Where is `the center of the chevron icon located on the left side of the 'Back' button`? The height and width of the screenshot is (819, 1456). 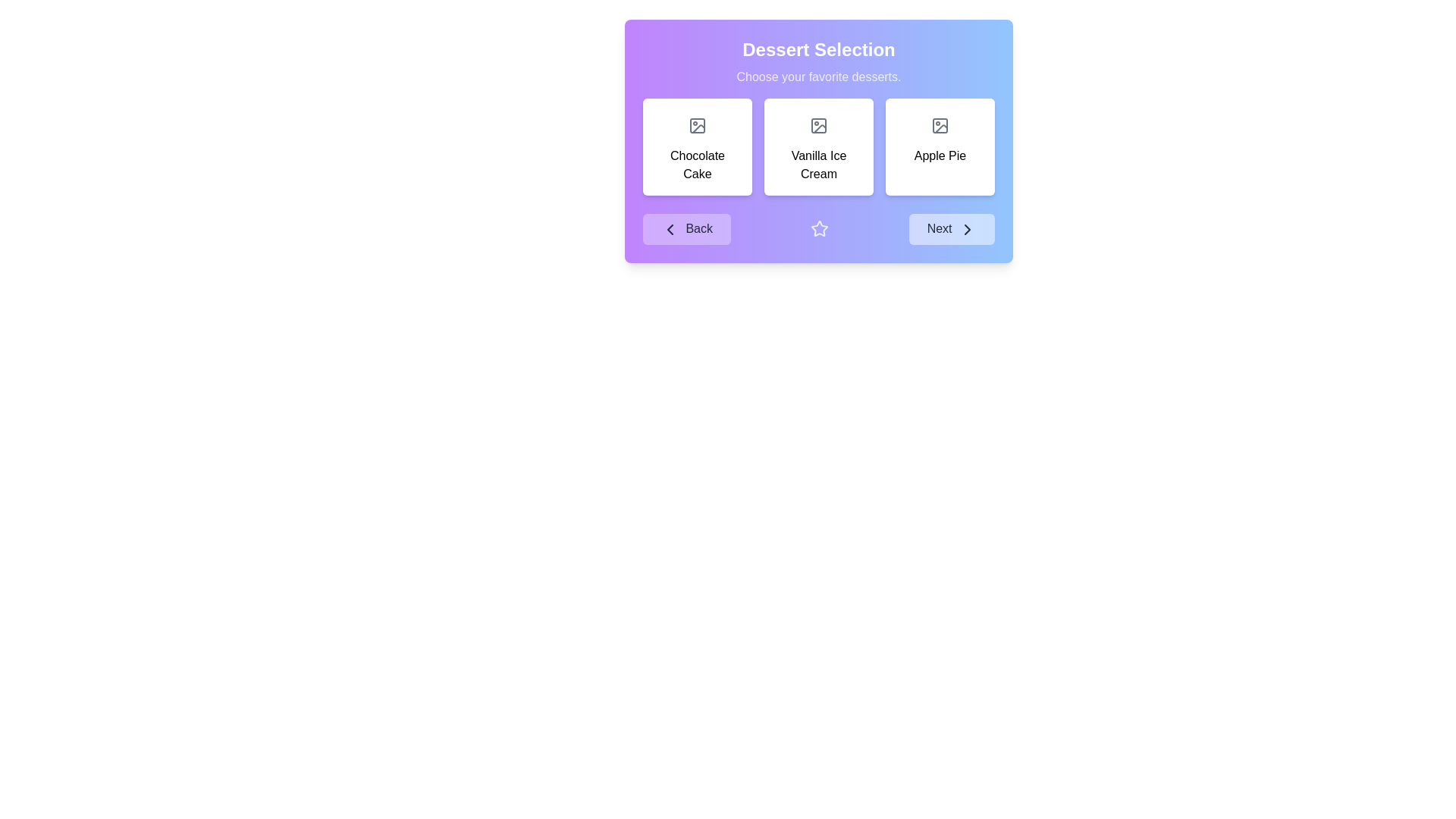
the center of the chevron icon located on the left side of the 'Back' button is located at coordinates (669, 228).